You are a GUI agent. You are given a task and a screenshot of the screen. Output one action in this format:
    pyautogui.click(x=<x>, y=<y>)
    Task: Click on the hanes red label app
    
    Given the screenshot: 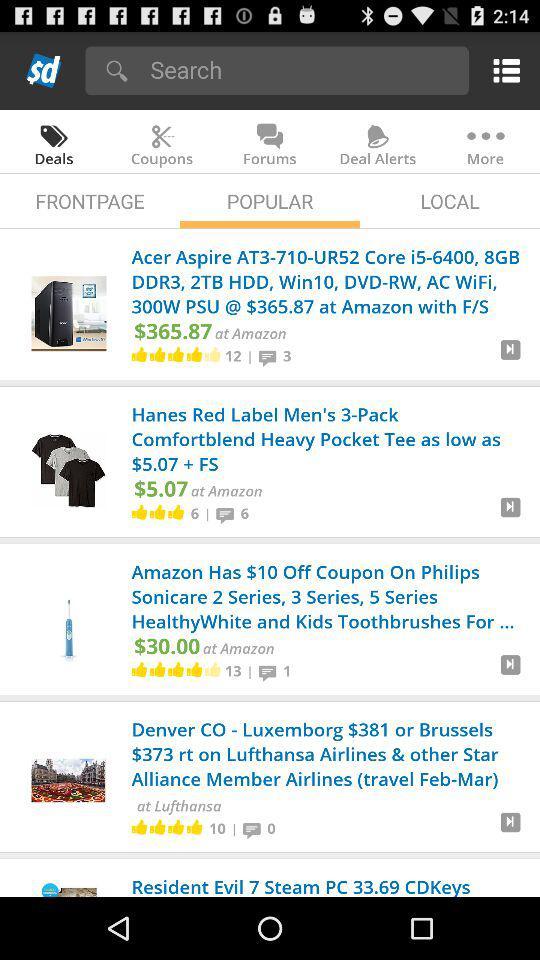 What is the action you would take?
    pyautogui.click(x=329, y=441)
    